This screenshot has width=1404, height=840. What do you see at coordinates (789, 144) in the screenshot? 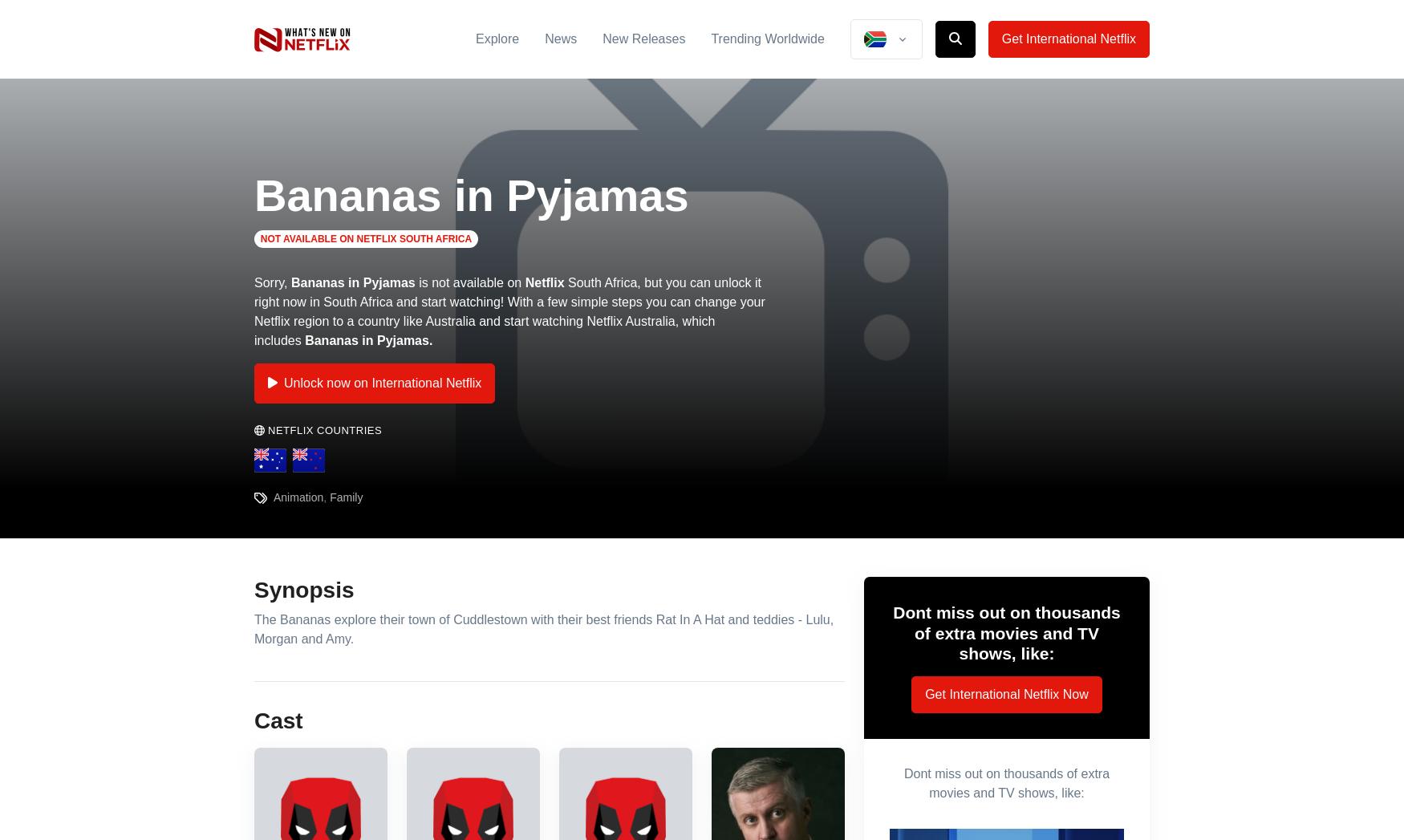
I see `'2012-06-26'` at bounding box center [789, 144].